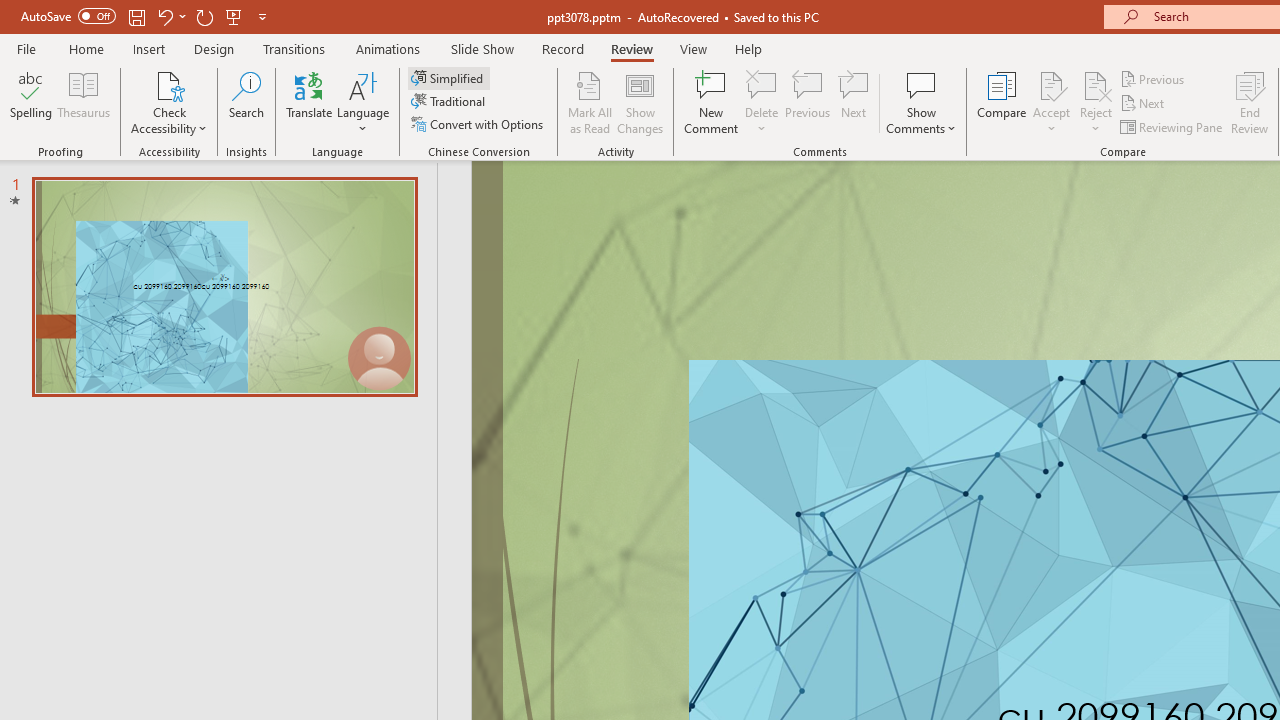  Describe the element at coordinates (82, 103) in the screenshot. I see `'Thesaurus...'` at that location.